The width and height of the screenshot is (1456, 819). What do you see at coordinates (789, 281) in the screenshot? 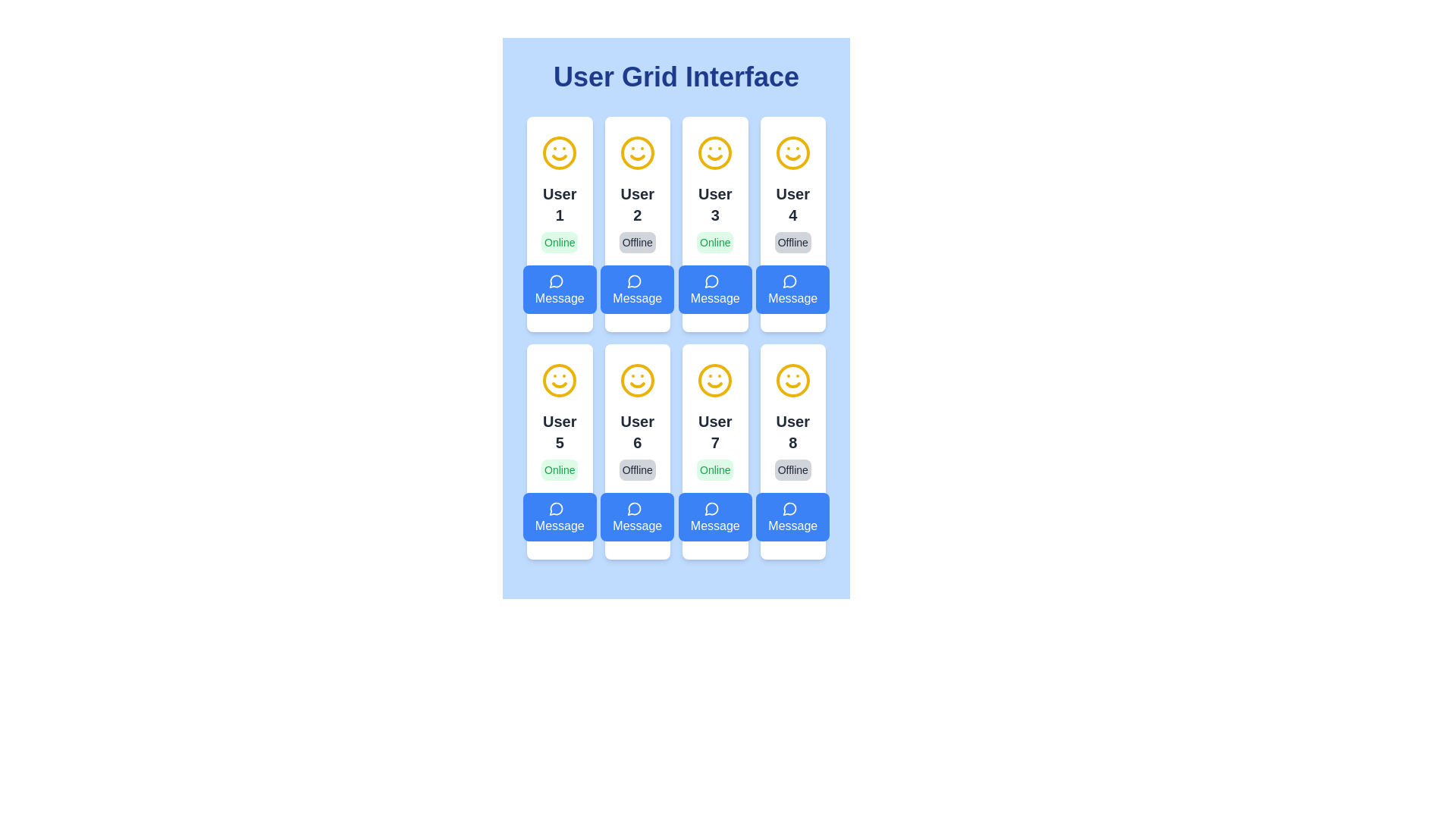
I see `central part of the message bubble icon located under the 'Message' button of 'User 4' in the upper-right quadrant of the interface` at bounding box center [789, 281].